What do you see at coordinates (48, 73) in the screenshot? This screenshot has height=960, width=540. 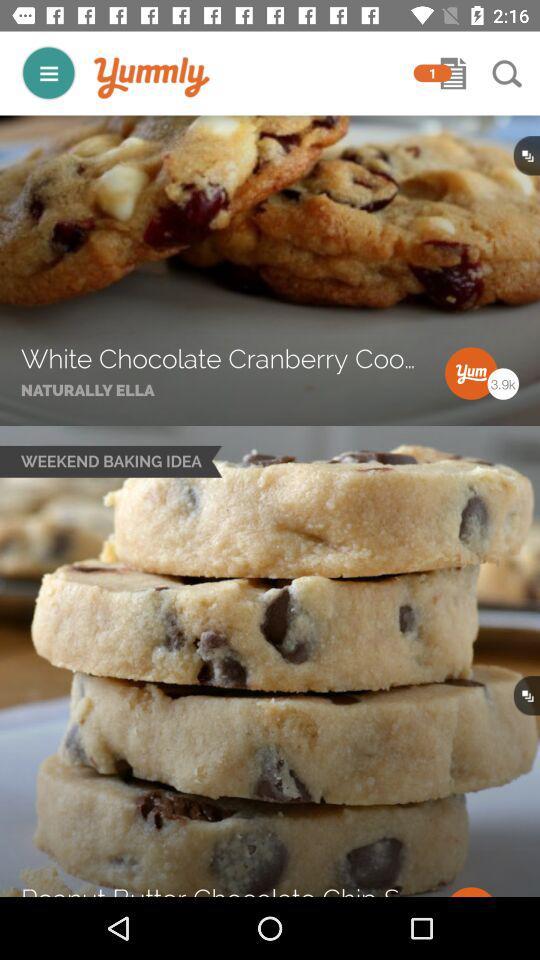 I see `open main menu` at bounding box center [48, 73].